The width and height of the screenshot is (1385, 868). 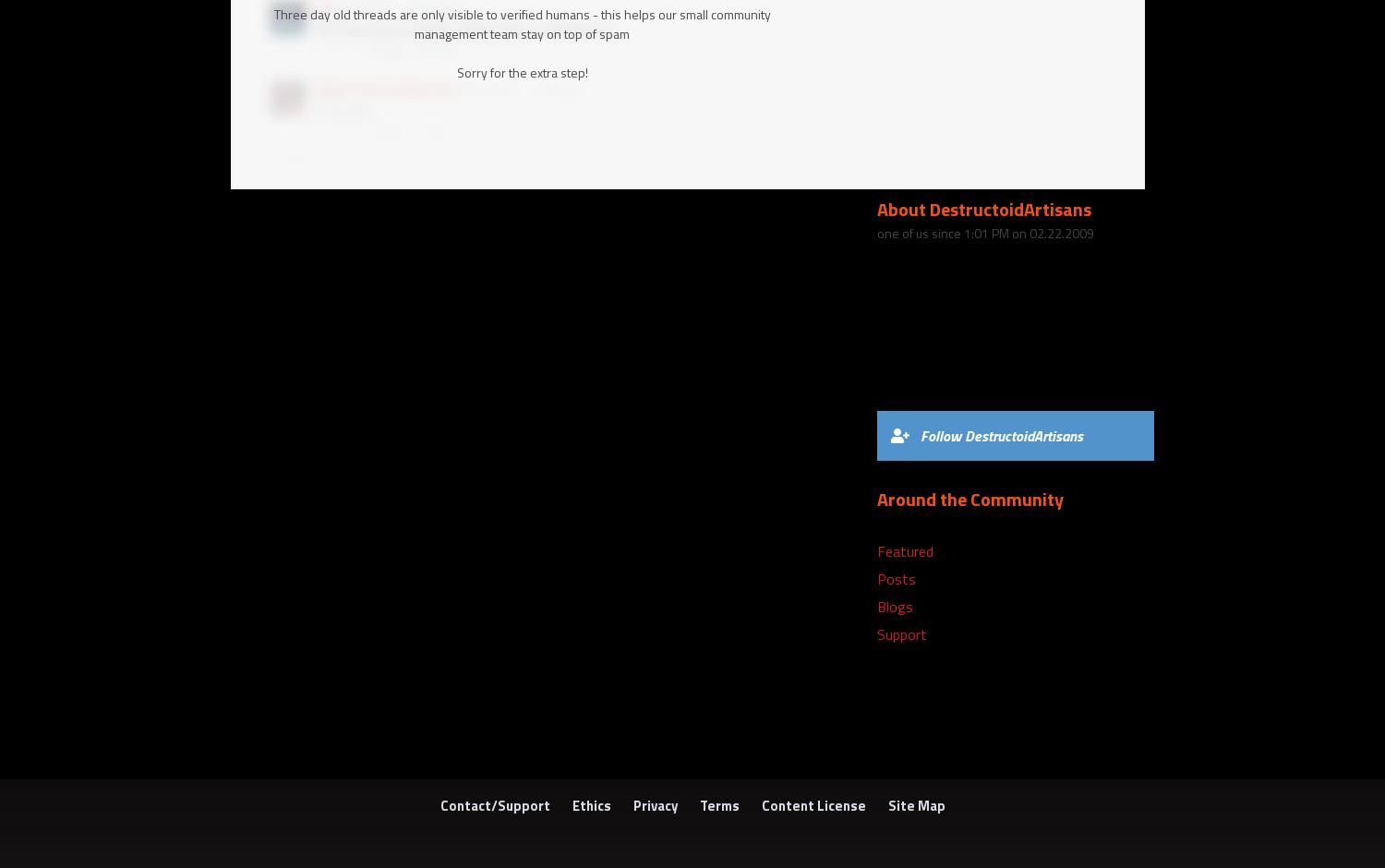 What do you see at coordinates (970, 497) in the screenshot?
I see `'Around the Community'` at bounding box center [970, 497].